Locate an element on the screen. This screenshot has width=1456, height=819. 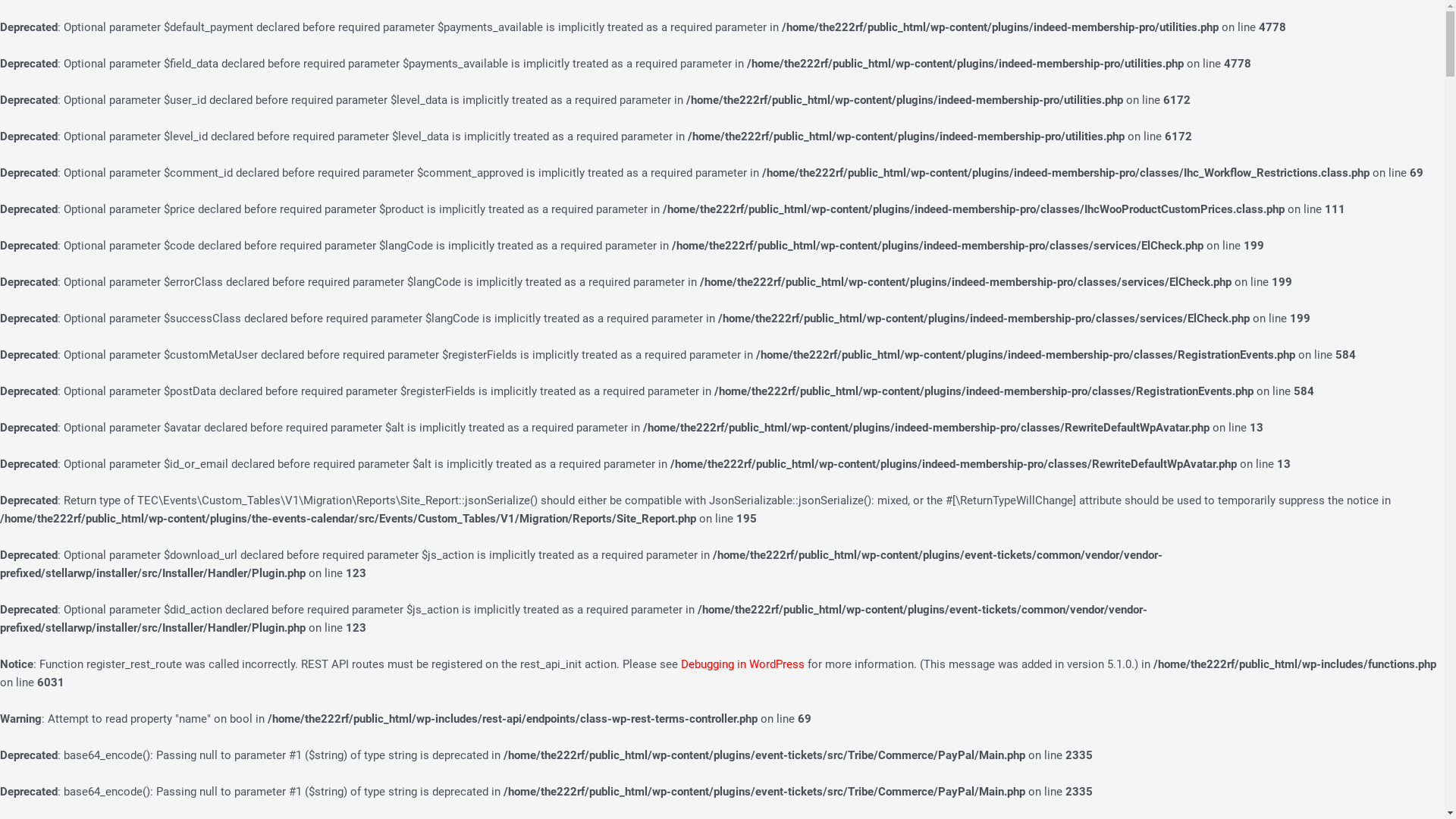
'Debugging in WordPress' is located at coordinates (742, 663).